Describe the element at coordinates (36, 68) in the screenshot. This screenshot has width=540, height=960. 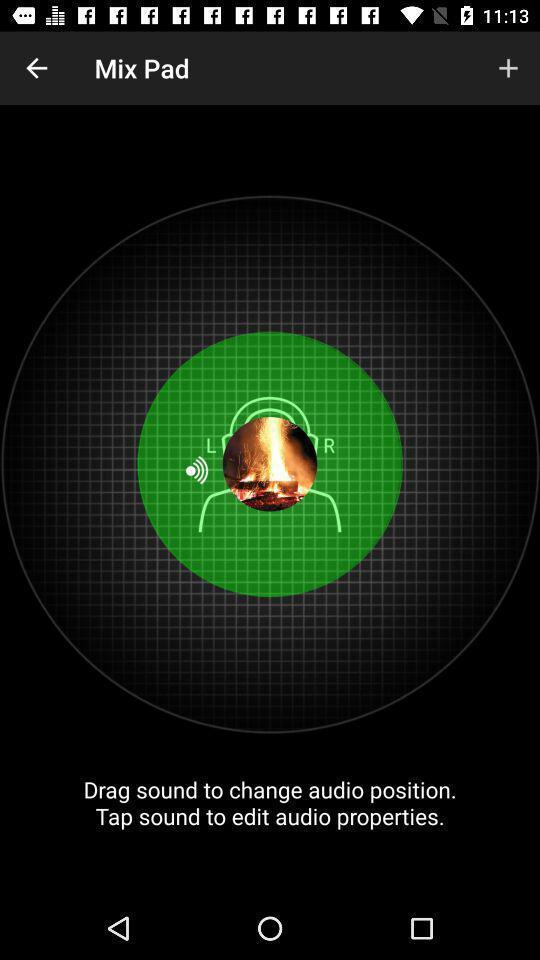
I see `item above the drag sound to item` at that location.